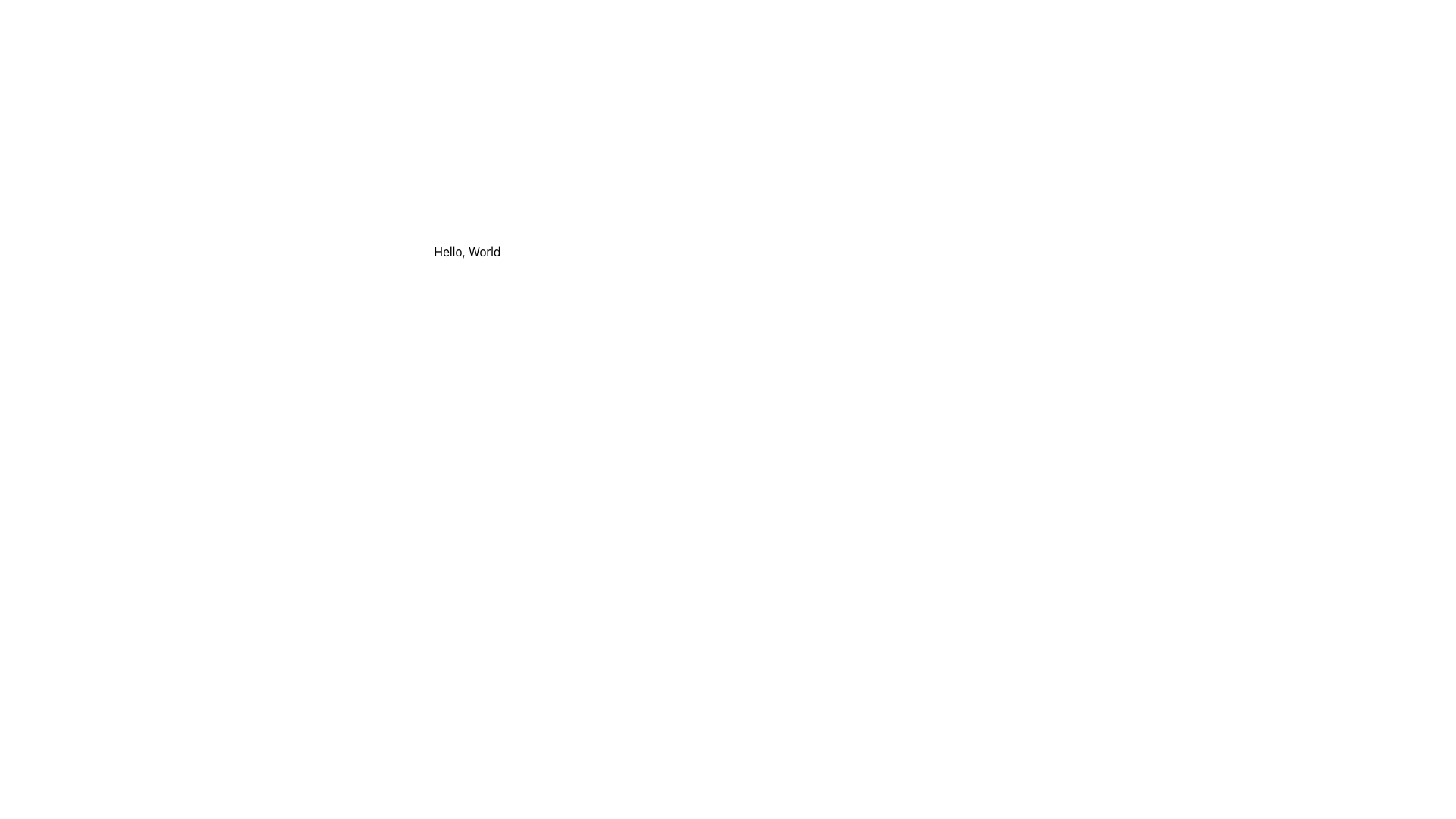 The height and width of the screenshot is (819, 1456). What do you see at coordinates (466, 250) in the screenshot?
I see `the text element displaying 'Hello, World,' which is centrally aligned and set in a dark font on a light background` at bounding box center [466, 250].